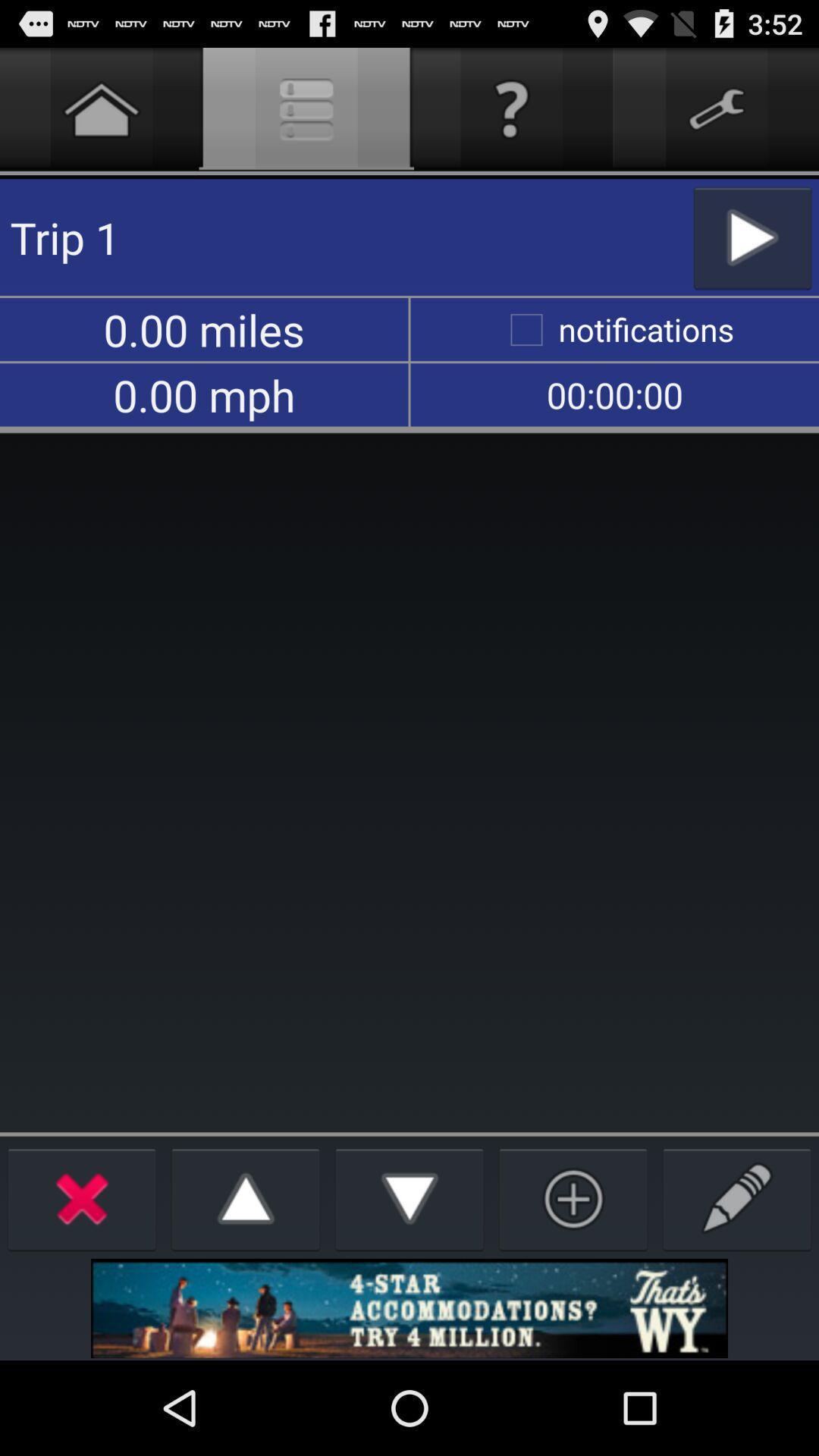 The width and height of the screenshot is (819, 1456). What do you see at coordinates (82, 1197) in the screenshot?
I see `cancel trip recording` at bounding box center [82, 1197].